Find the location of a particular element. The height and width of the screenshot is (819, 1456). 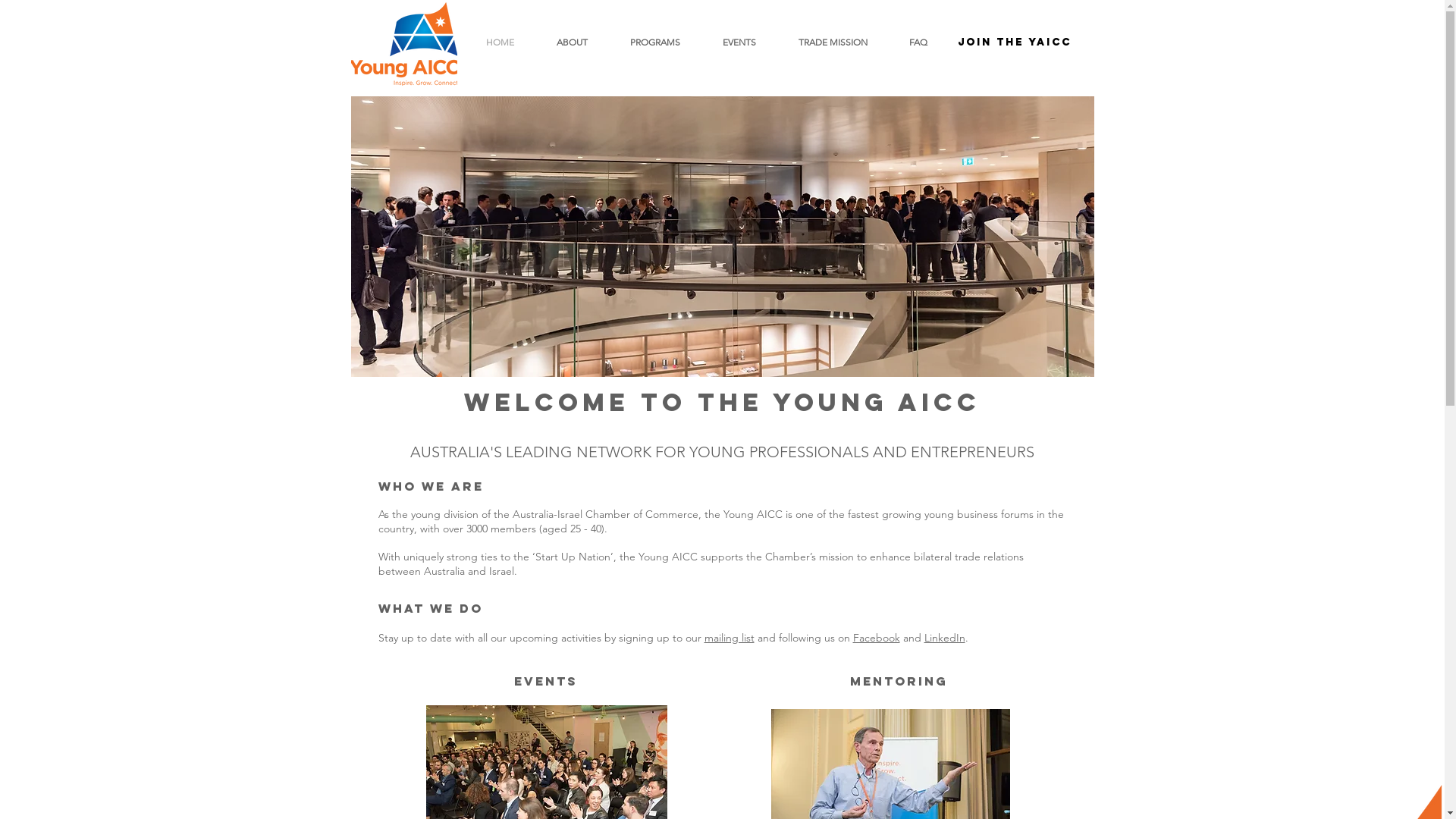

'LinkedIn' is located at coordinates (943, 637).